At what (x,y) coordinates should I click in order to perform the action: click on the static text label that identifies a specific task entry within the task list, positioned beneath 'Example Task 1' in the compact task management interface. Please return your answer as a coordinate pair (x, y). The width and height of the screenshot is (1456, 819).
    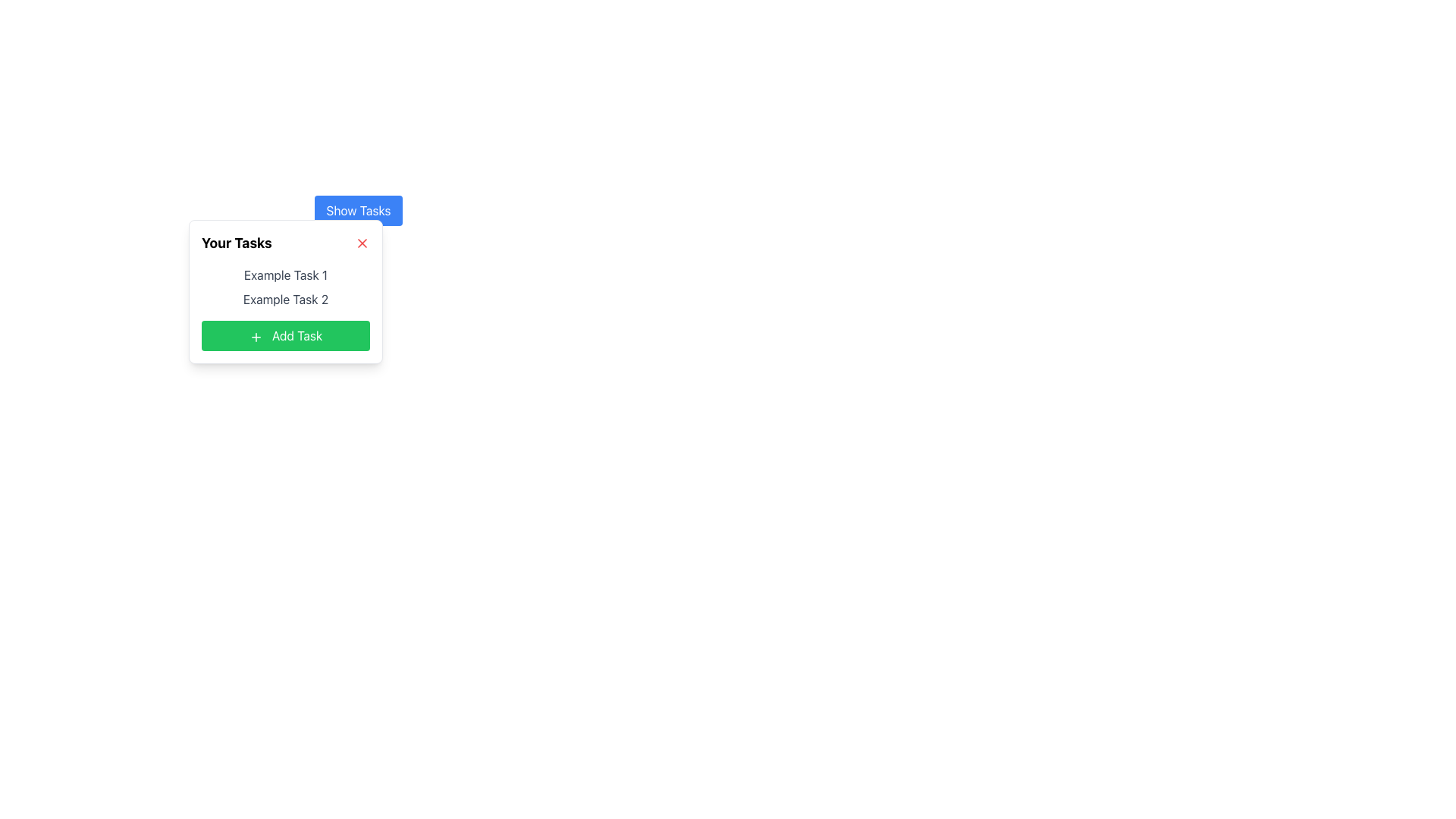
    Looking at the image, I should click on (286, 299).